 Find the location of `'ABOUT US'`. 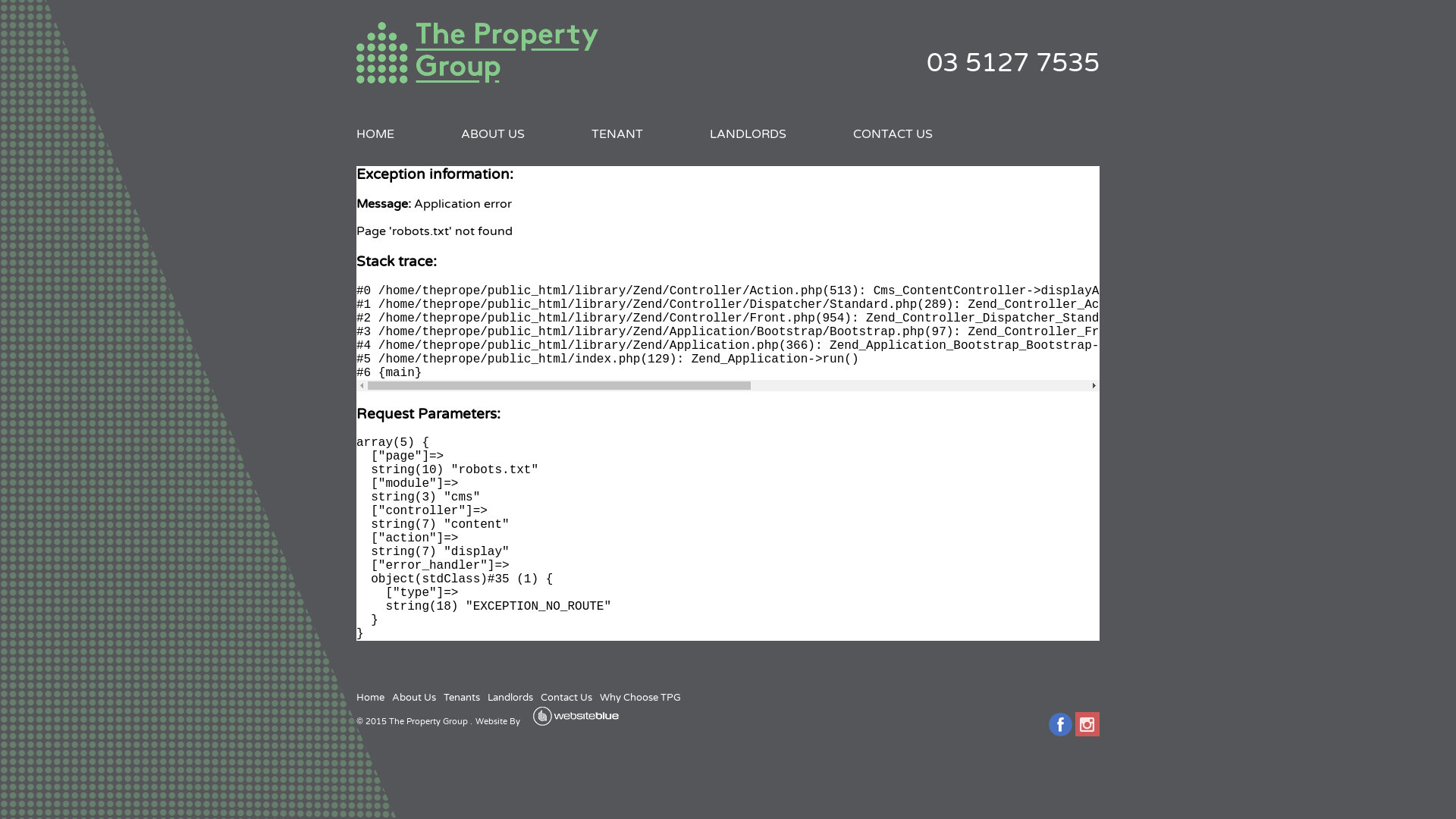

'ABOUT US' is located at coordinates (492, 133).